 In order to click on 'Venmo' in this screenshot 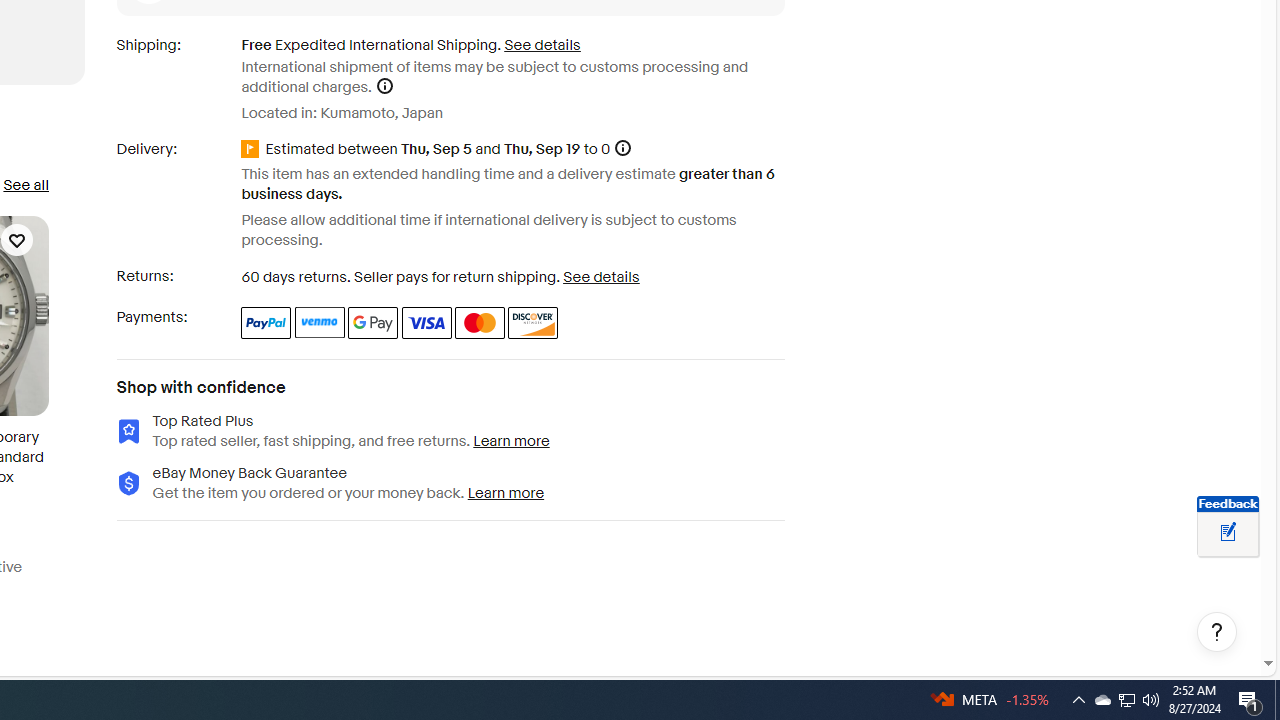, I will do `click(320, 321)`.